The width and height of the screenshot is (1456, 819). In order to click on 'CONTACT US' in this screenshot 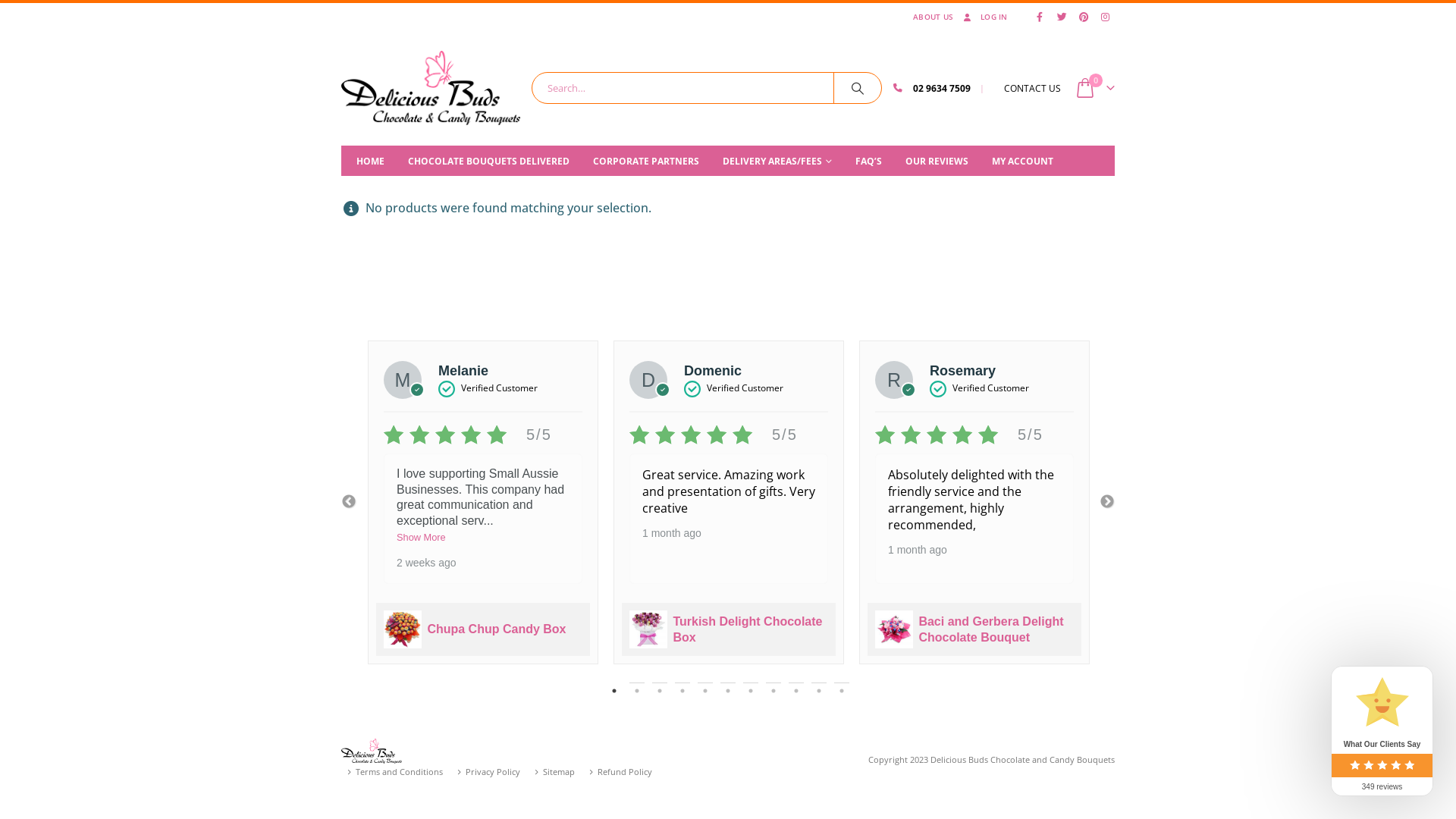, I will do `click(1031, 87)`.